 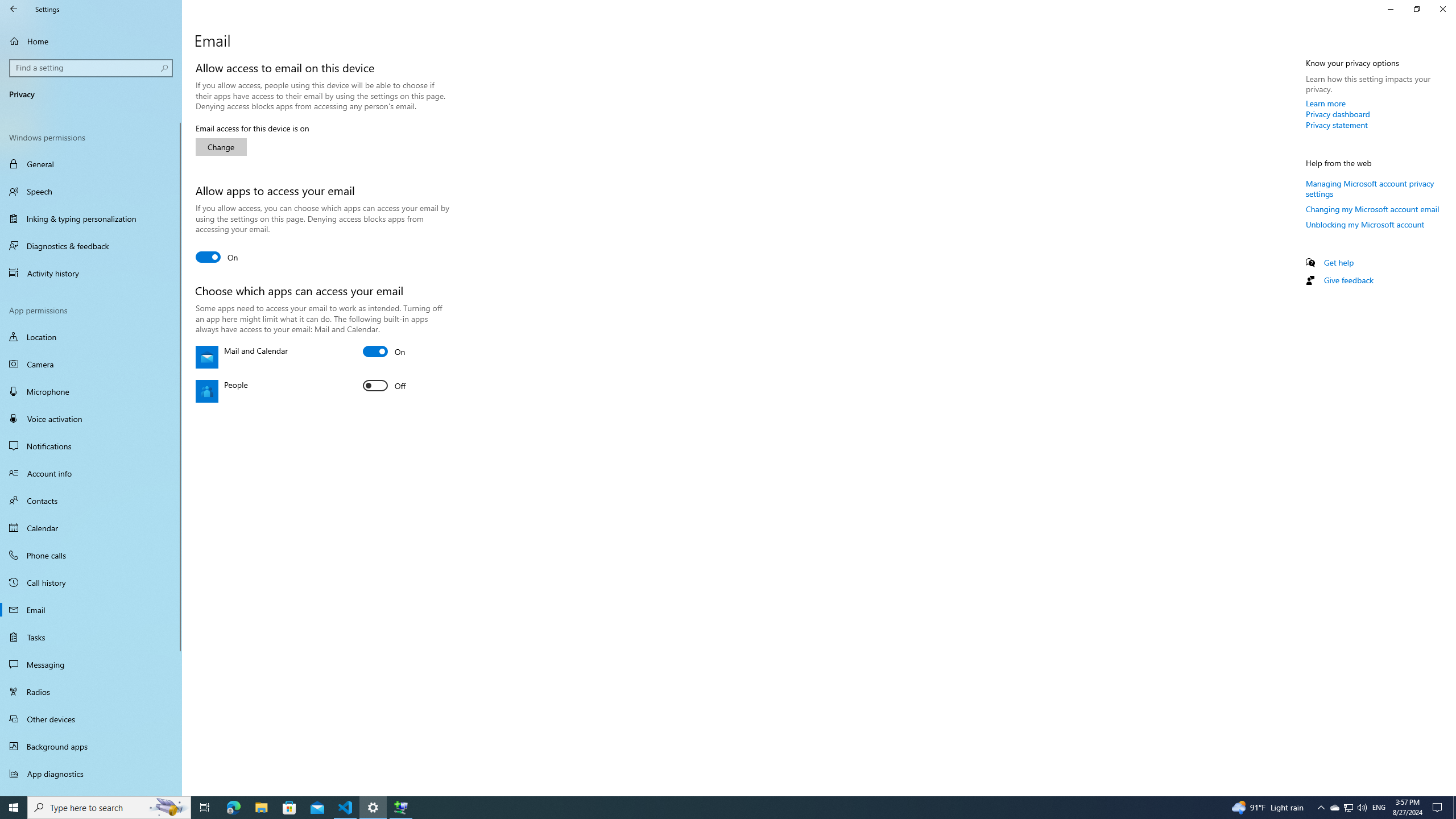 I want to click on 'Close Settings', so click(x=1389, y=9).